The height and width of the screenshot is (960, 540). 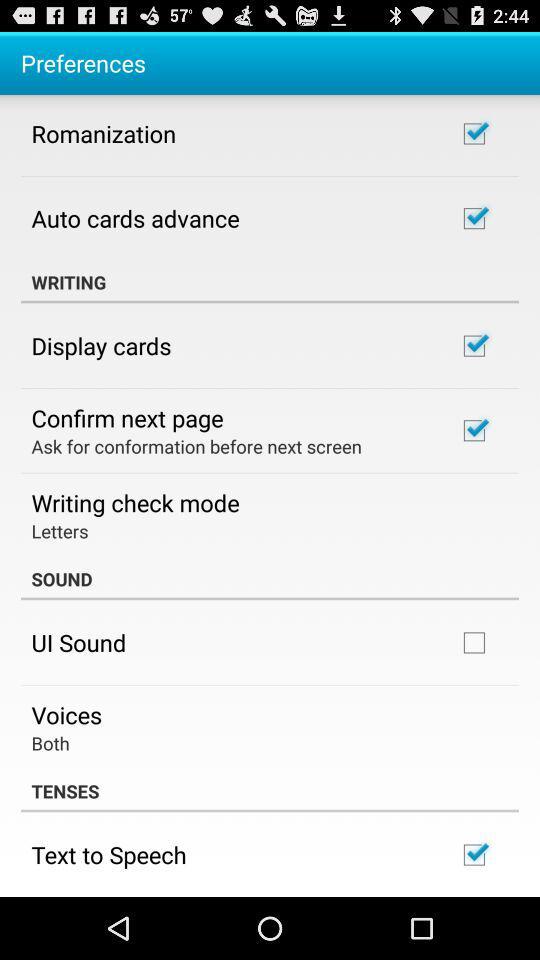 What do you see at coordinates (103, 132) in the screenshot?
I see `app below the preferences app` at bounding box center [103, 132].